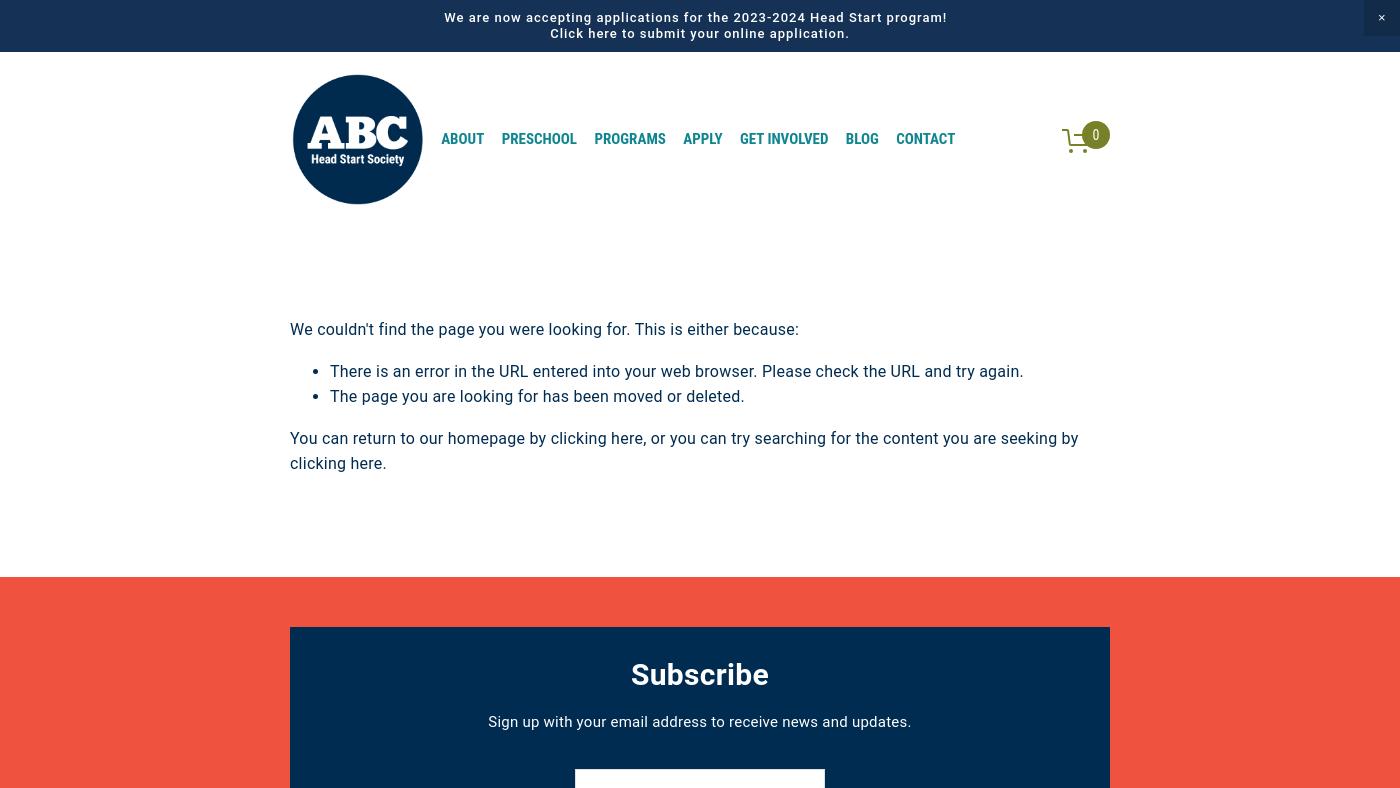 The width and height of the screenshot is (1400, 788). Describe the element at coordinates (550, 31) in the screenshot. I see `'Click here to submit your online application.'` at that location.